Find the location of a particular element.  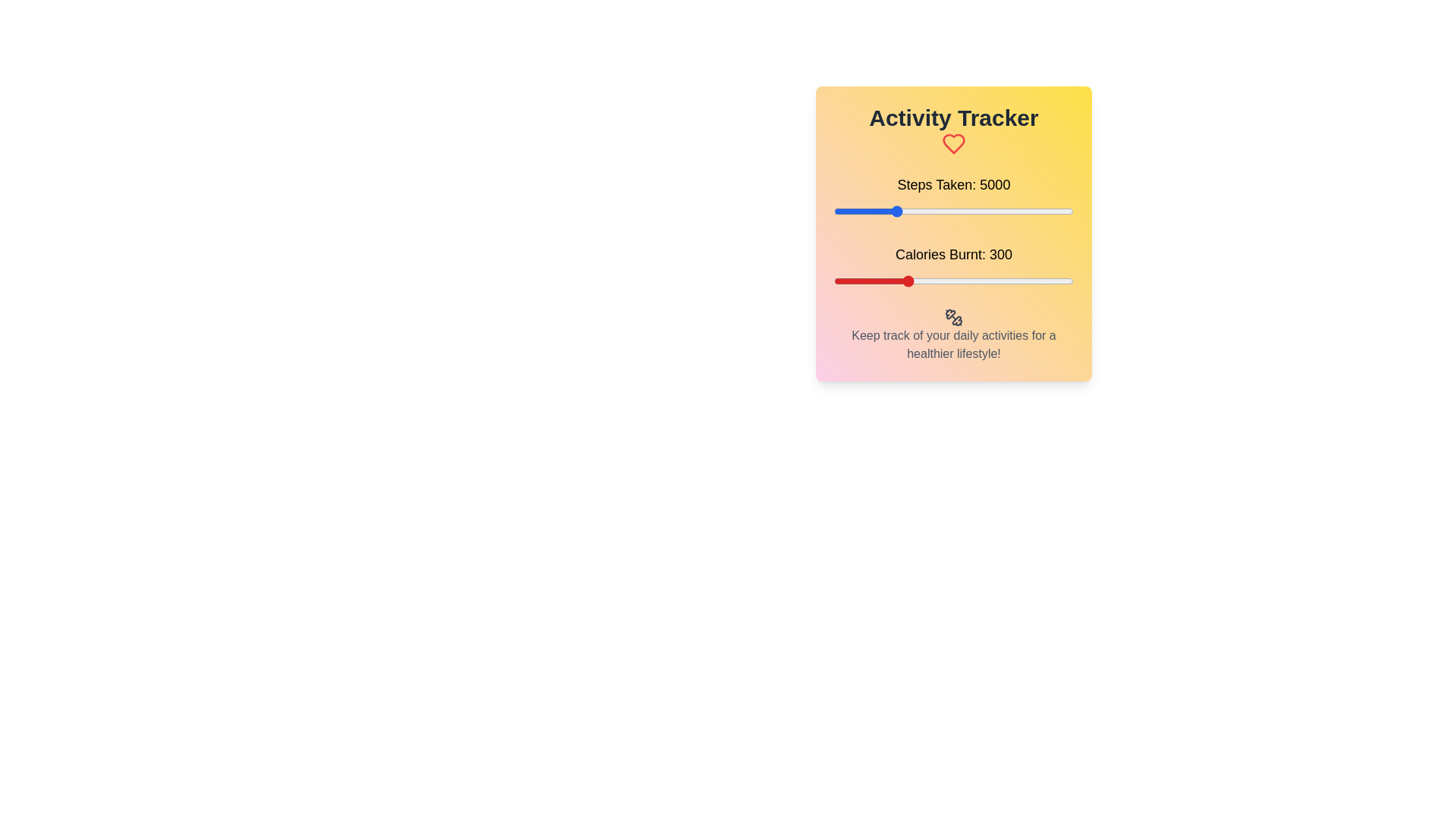

steps taken is located at coordinates (941, 211).